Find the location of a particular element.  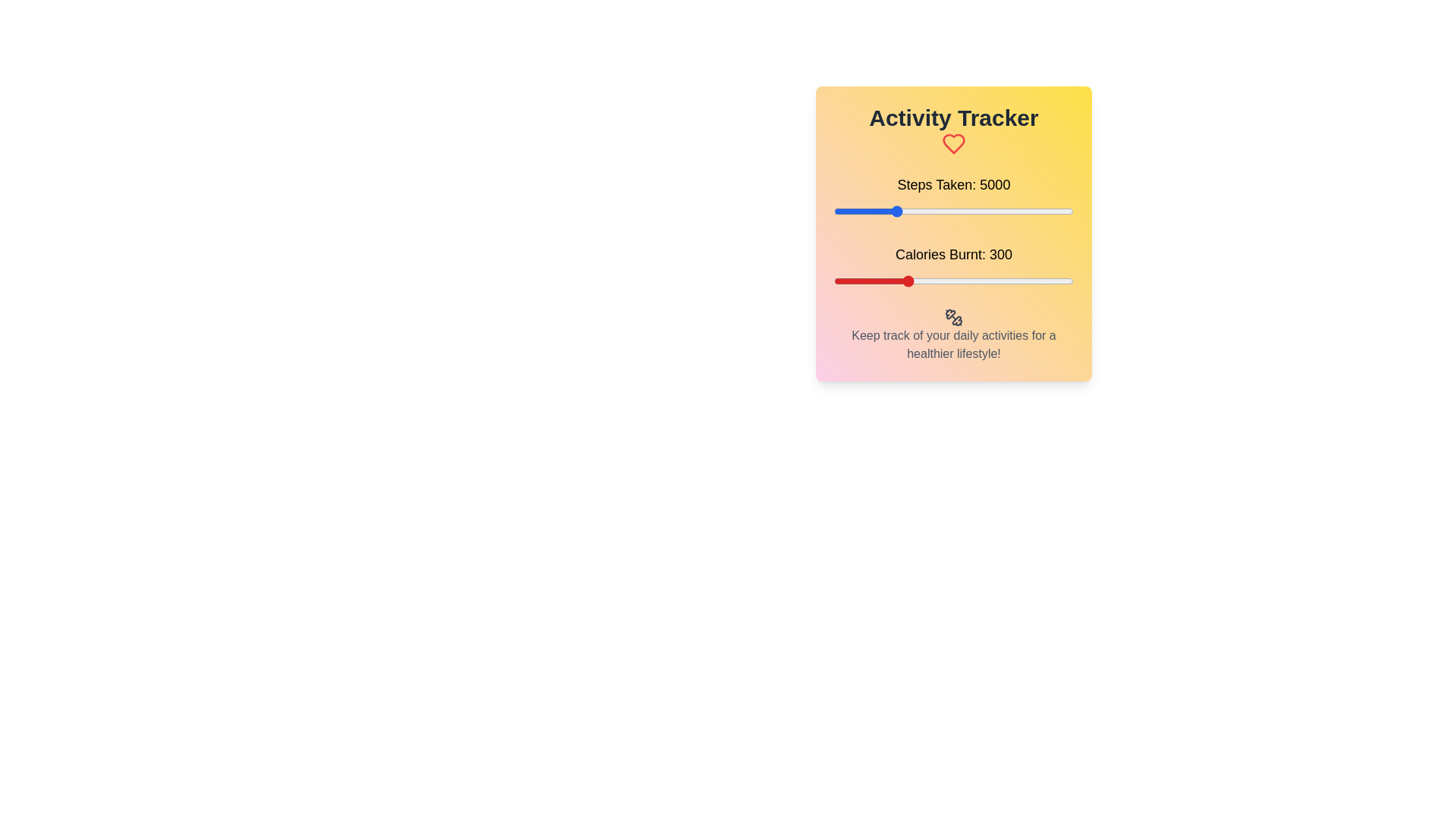

steps taken is located at coordinates (941, 211).